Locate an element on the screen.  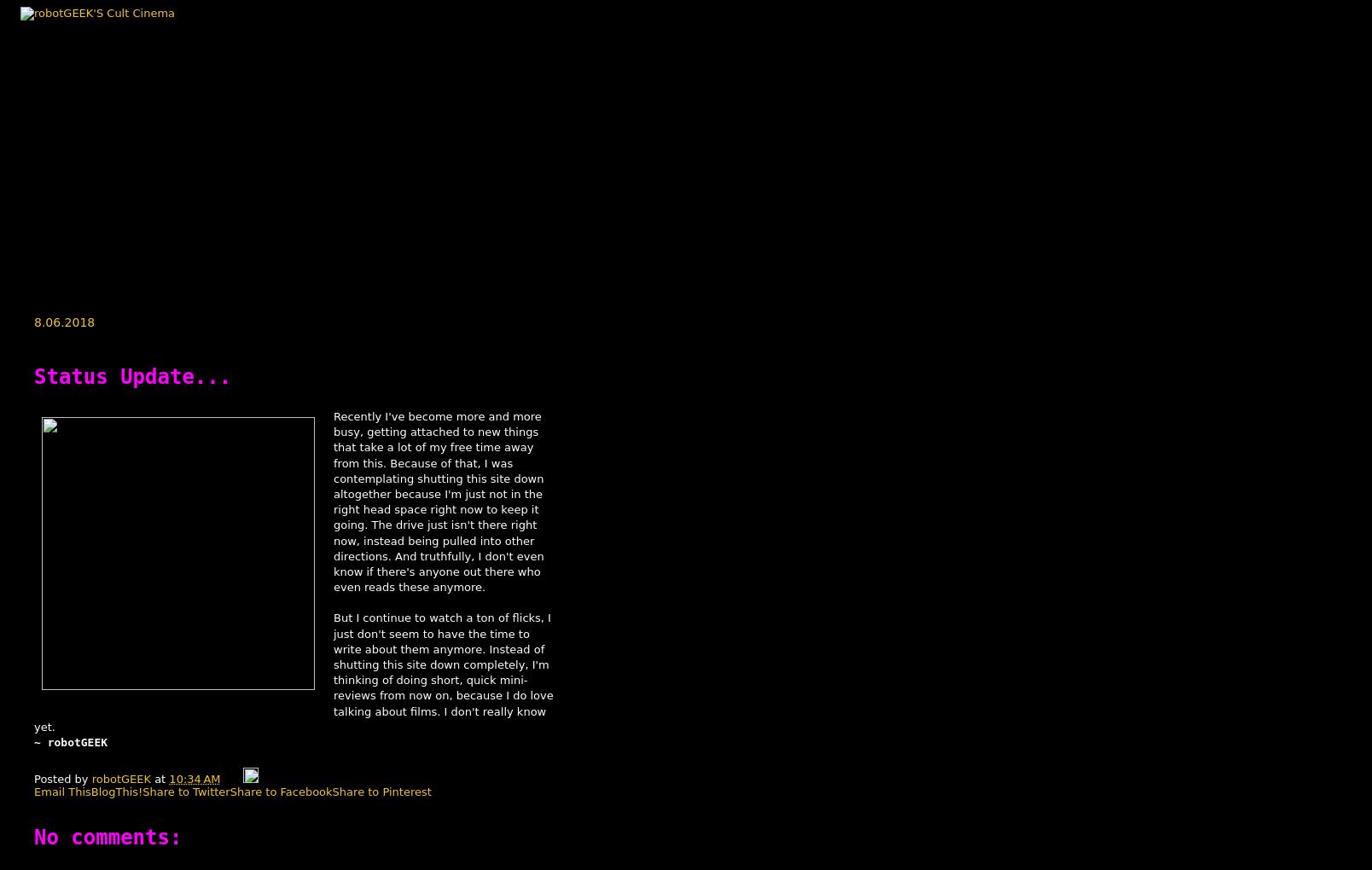
'8.06.2018' is located at coordinates (64, 322).